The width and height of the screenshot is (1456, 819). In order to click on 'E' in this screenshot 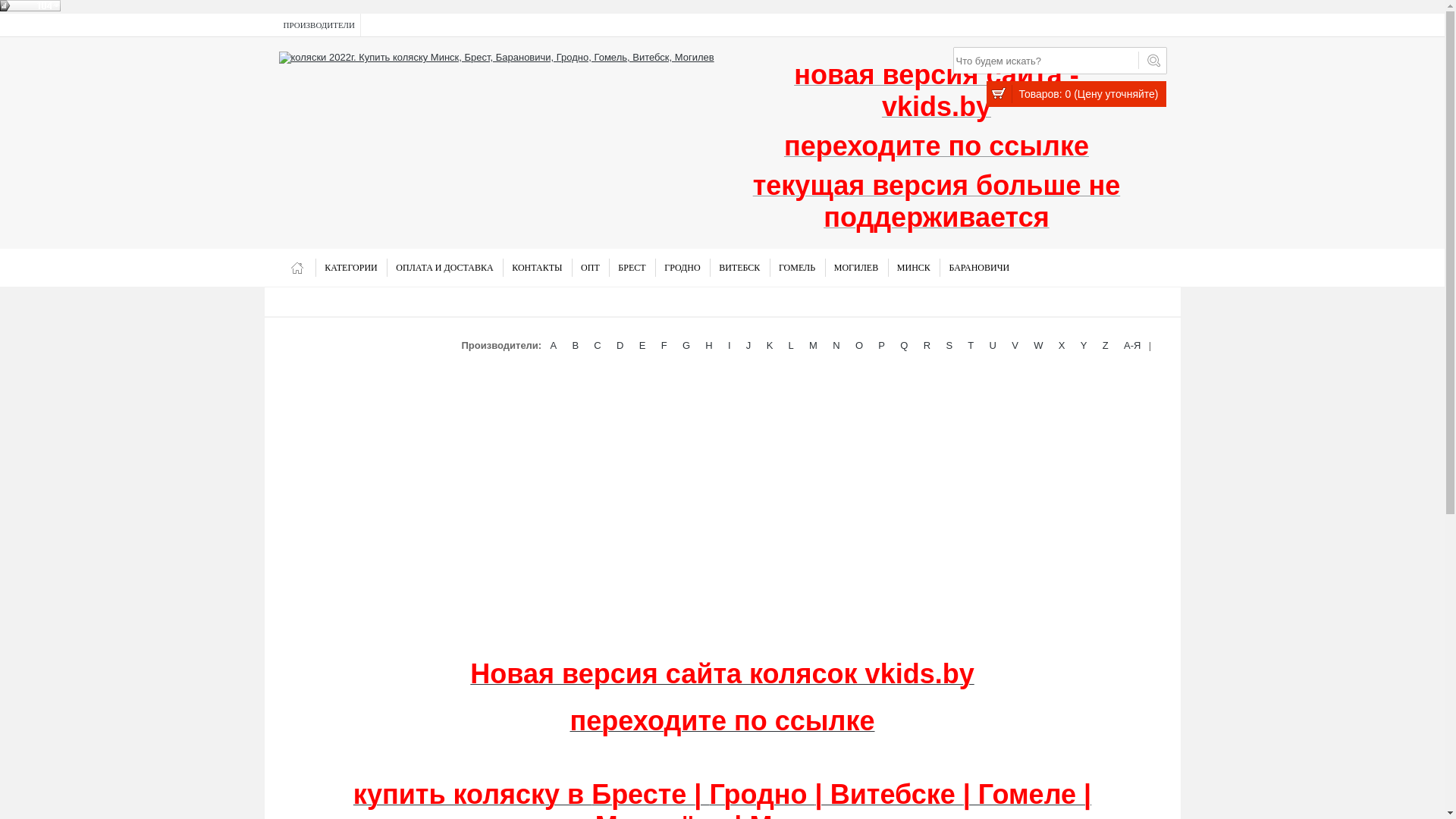, I will do `click(642, 345)`.